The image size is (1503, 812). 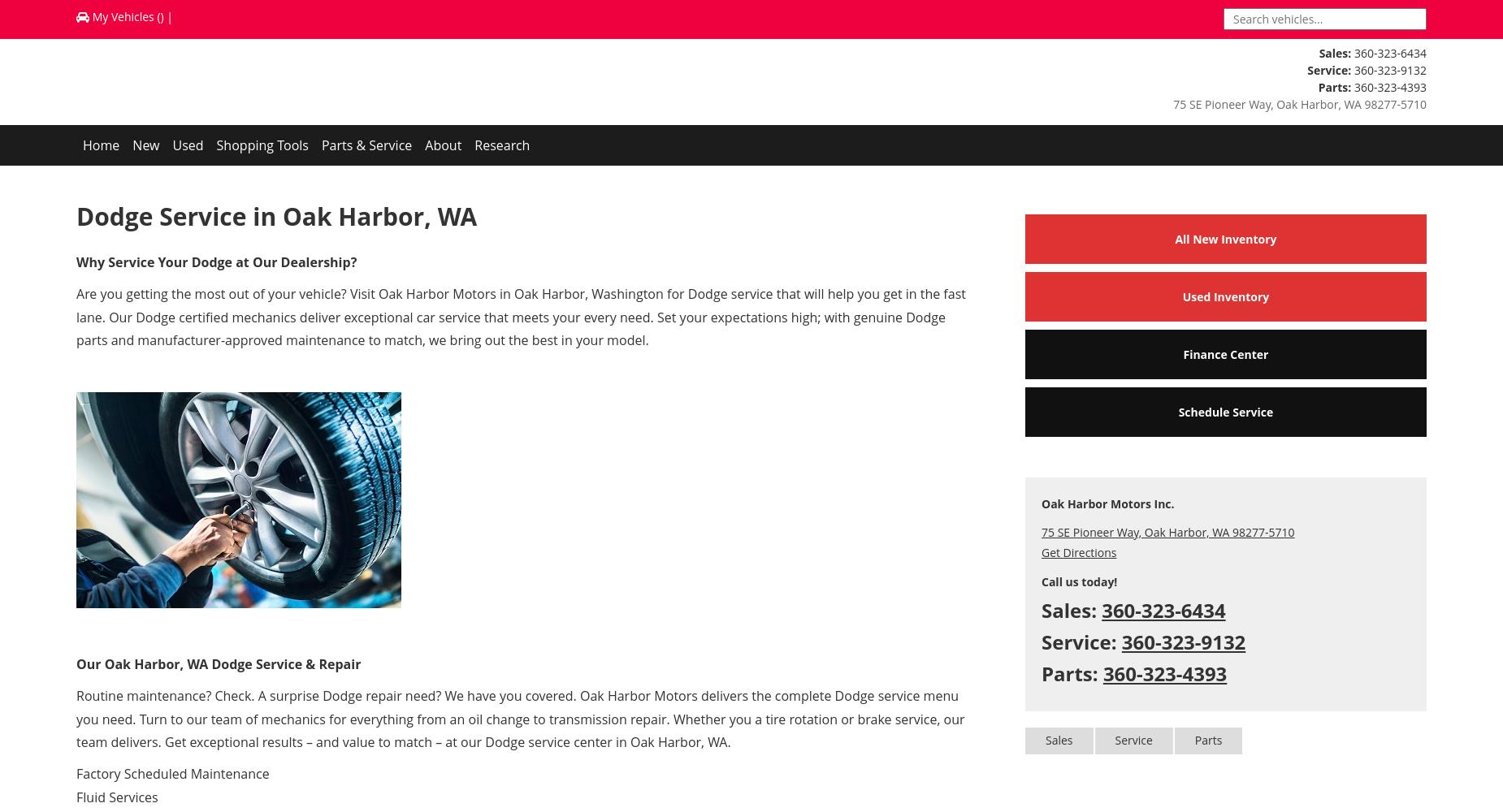 I want to click on 'Our Oak Harbor, WA Dodge Service & Repair', so click(x=217, y=663).